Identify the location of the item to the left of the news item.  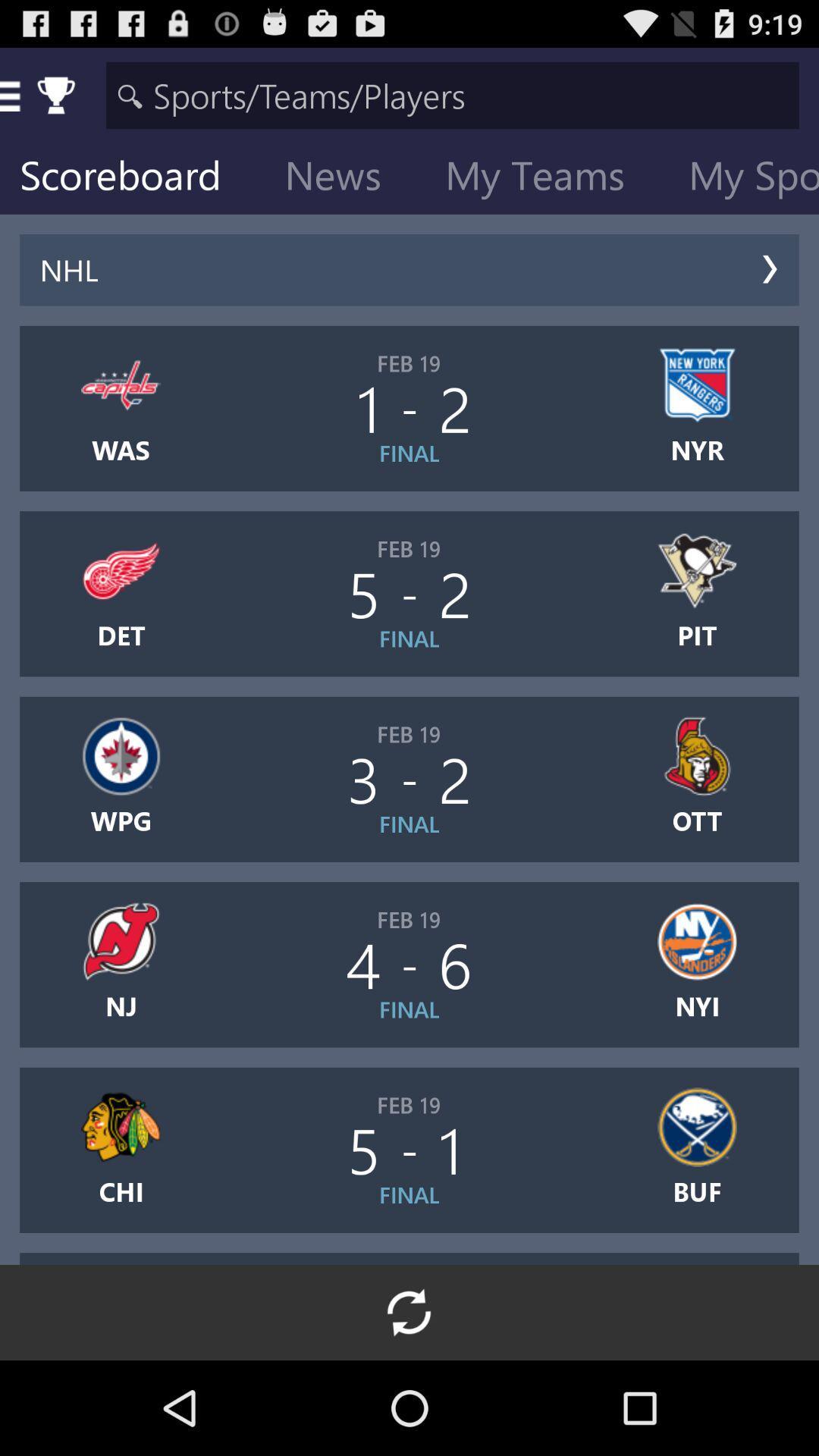
(131, 178).